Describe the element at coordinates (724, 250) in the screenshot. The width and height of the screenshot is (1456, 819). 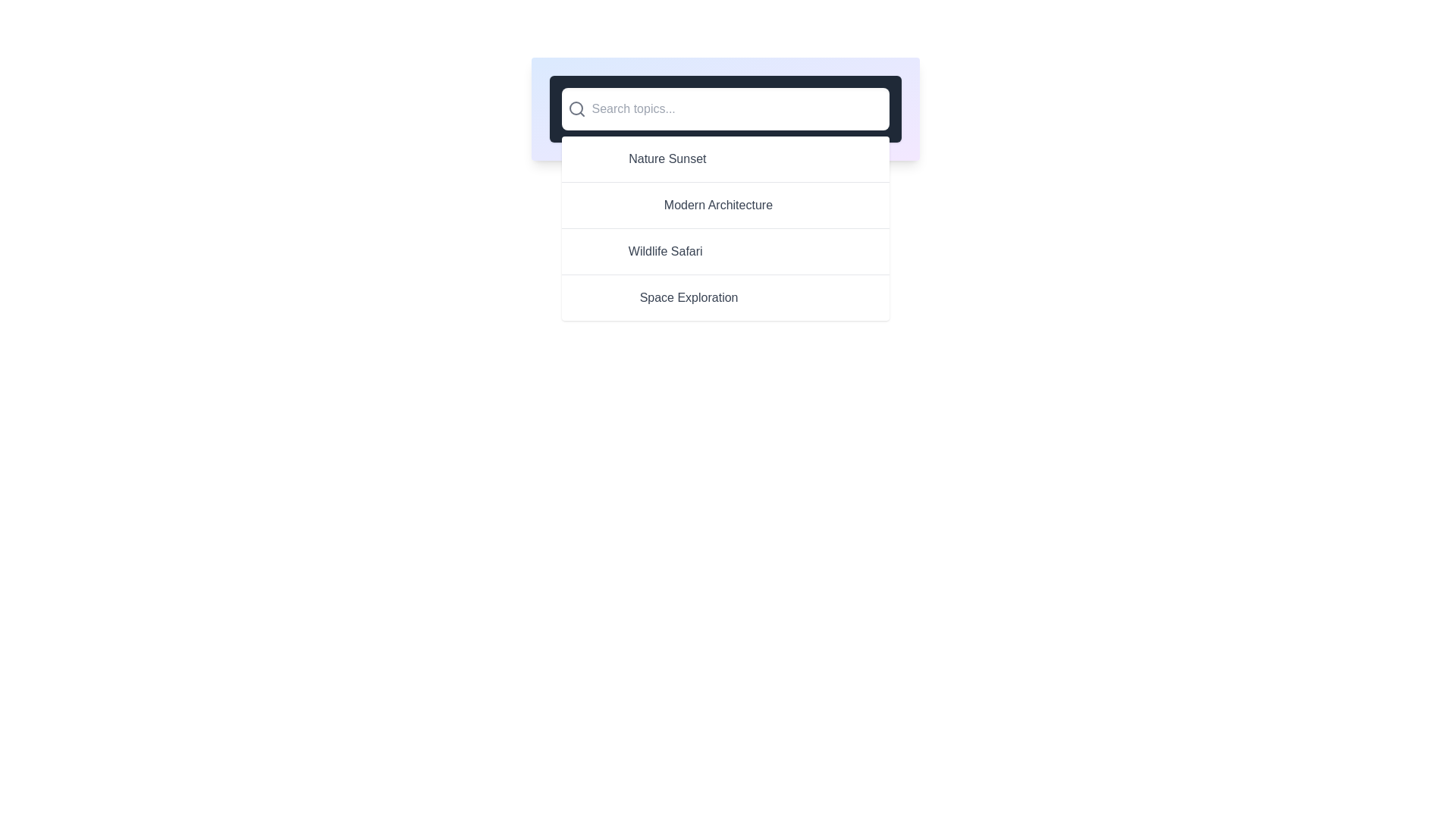
I see `the third list item representing the 'Wildlife Safari' option to trigger a hover effect` at that location.